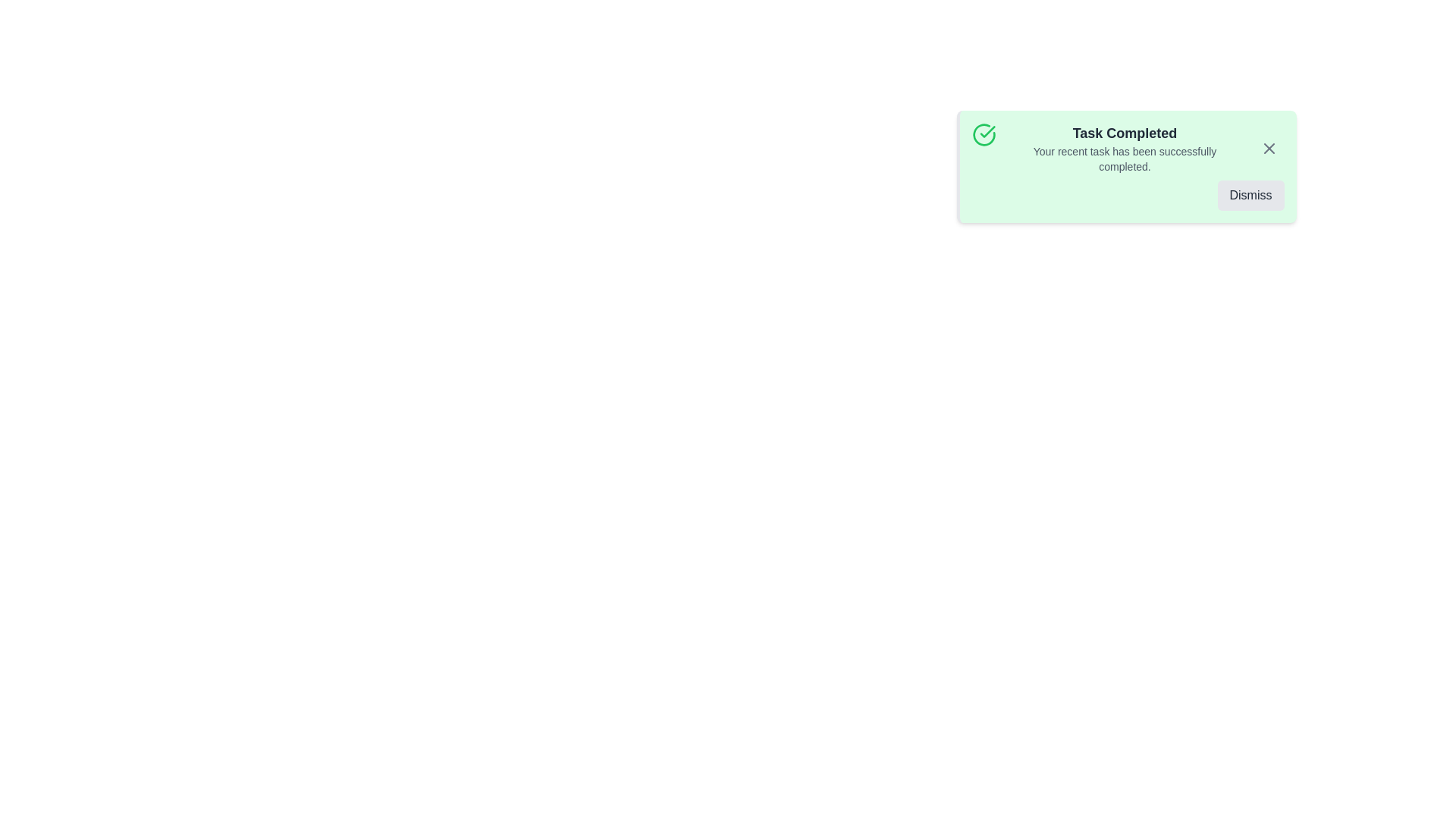 The width and height of the screenshot is (1456, 819). What do you see at coordinates (984, 149) in the screenshot?
I see `the success completion icon located at the far left of the notification card, preceding the 'Task Completed' heading` at bounding box center [984, 149].